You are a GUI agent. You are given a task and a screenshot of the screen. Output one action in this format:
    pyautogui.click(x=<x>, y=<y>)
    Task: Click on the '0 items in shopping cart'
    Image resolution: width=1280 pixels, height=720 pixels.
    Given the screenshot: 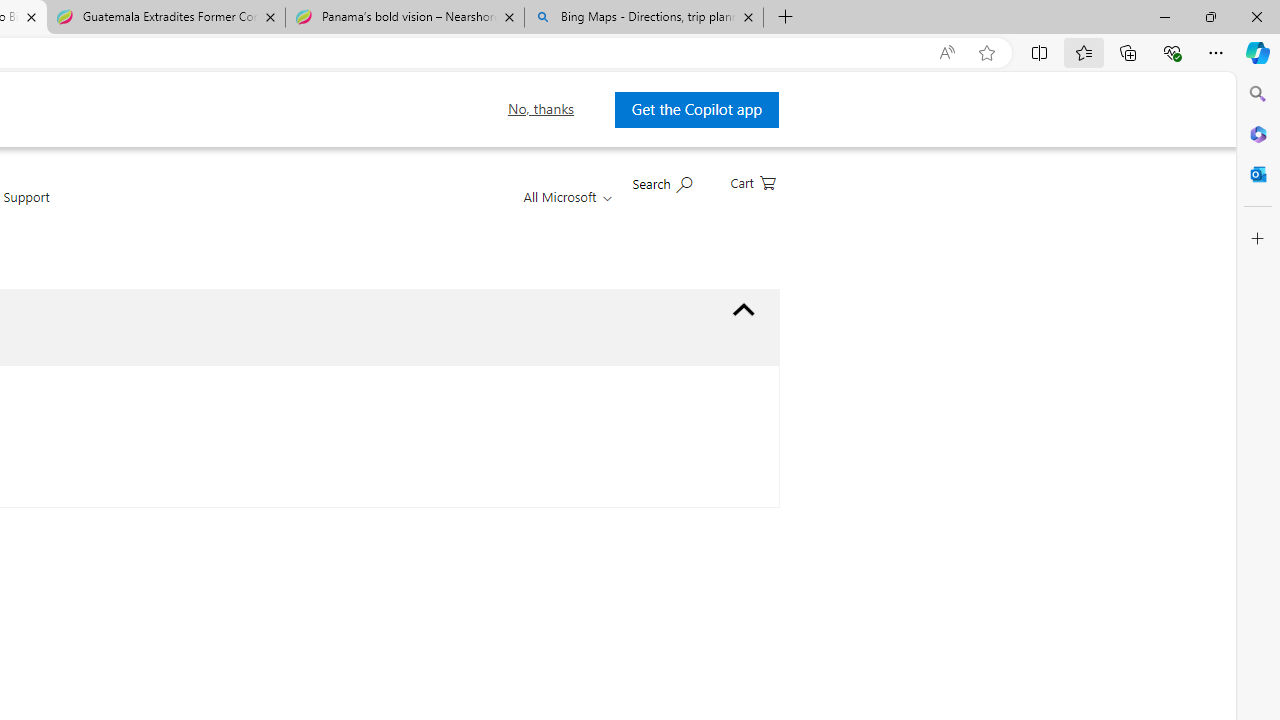 What is the action you would take?
    pyautogui.click(x=751, y=181)
    